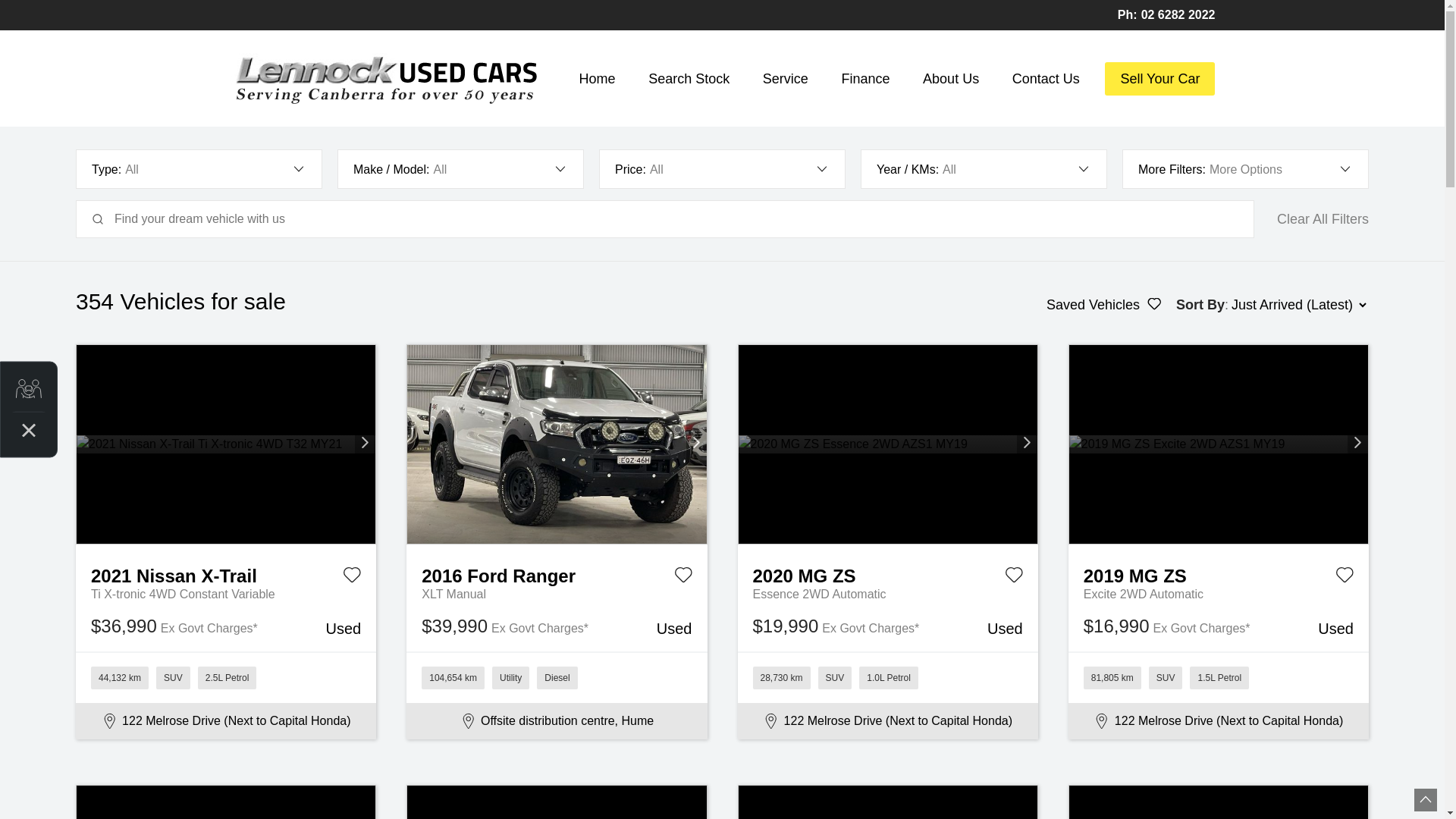  I want to click on '$19,990, so click(887, 627).